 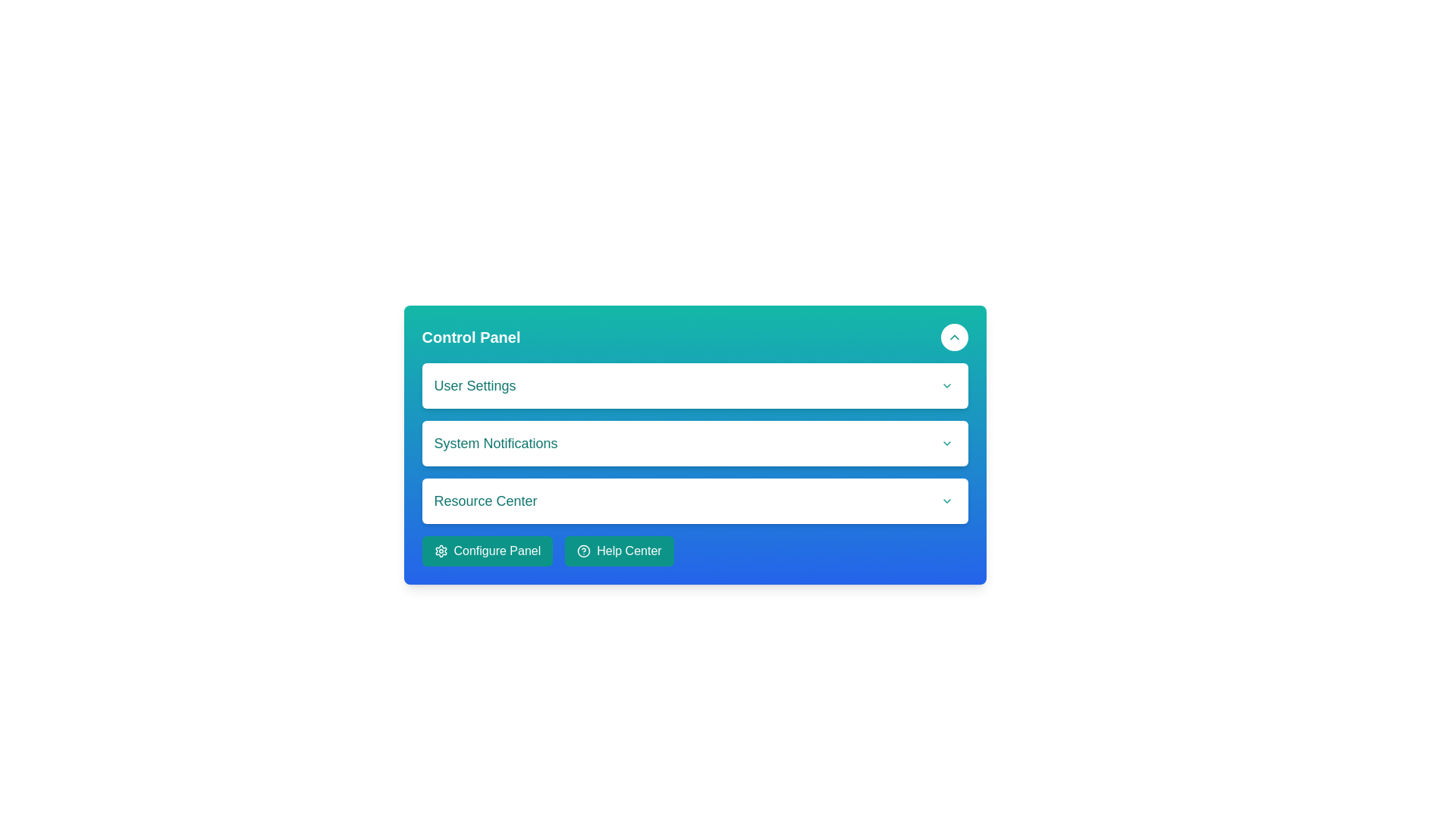 I want to click on the downward-pointing chevron icon located in the bottom-right corner of the 'Resource Center' section within the 'Control Panel' interface, so click(x=946, y=500).